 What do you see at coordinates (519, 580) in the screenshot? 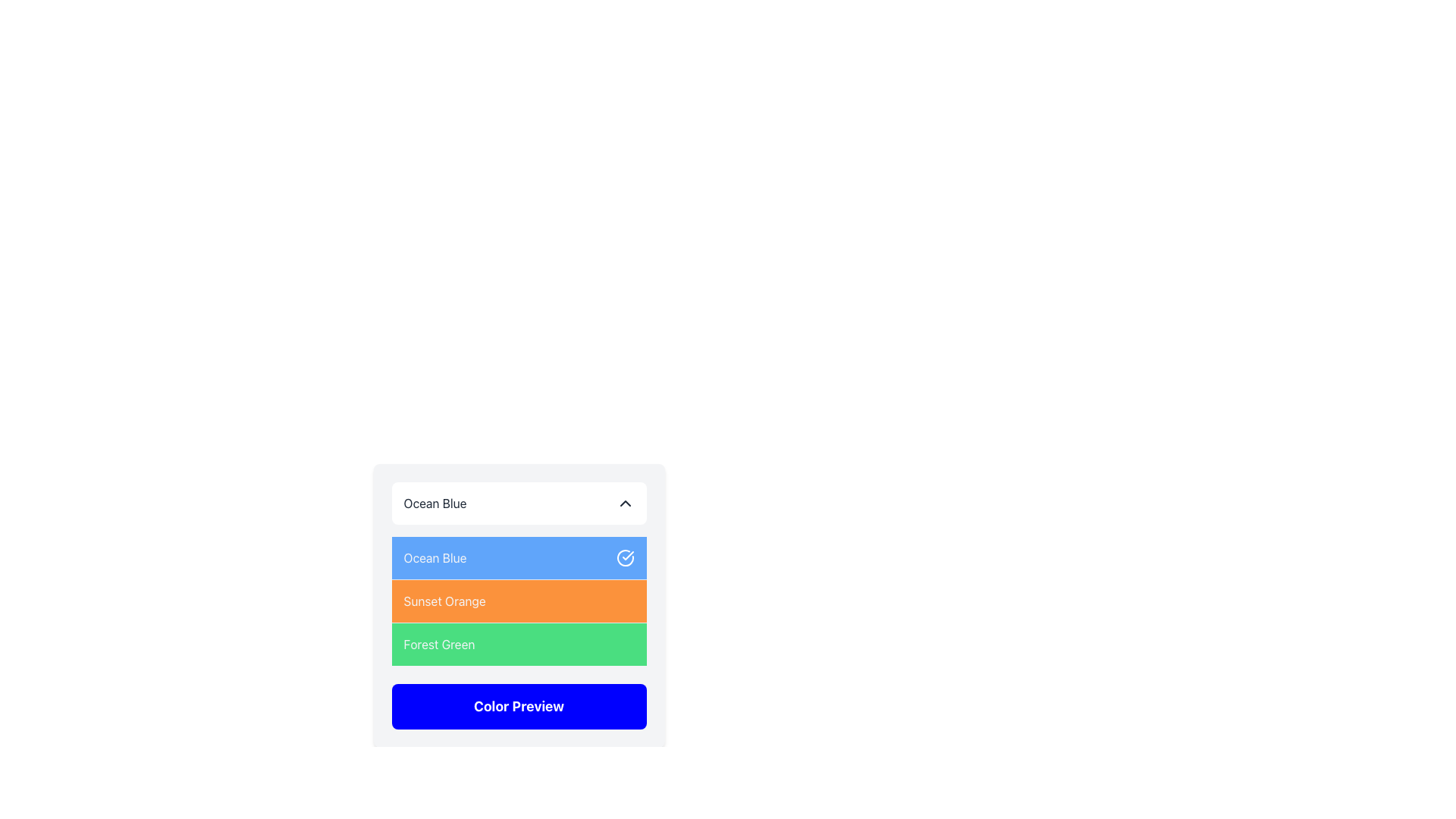
I see `the list item with a solid orange background labeled 'Sunset Orange'` at bounding box center [519, 580].